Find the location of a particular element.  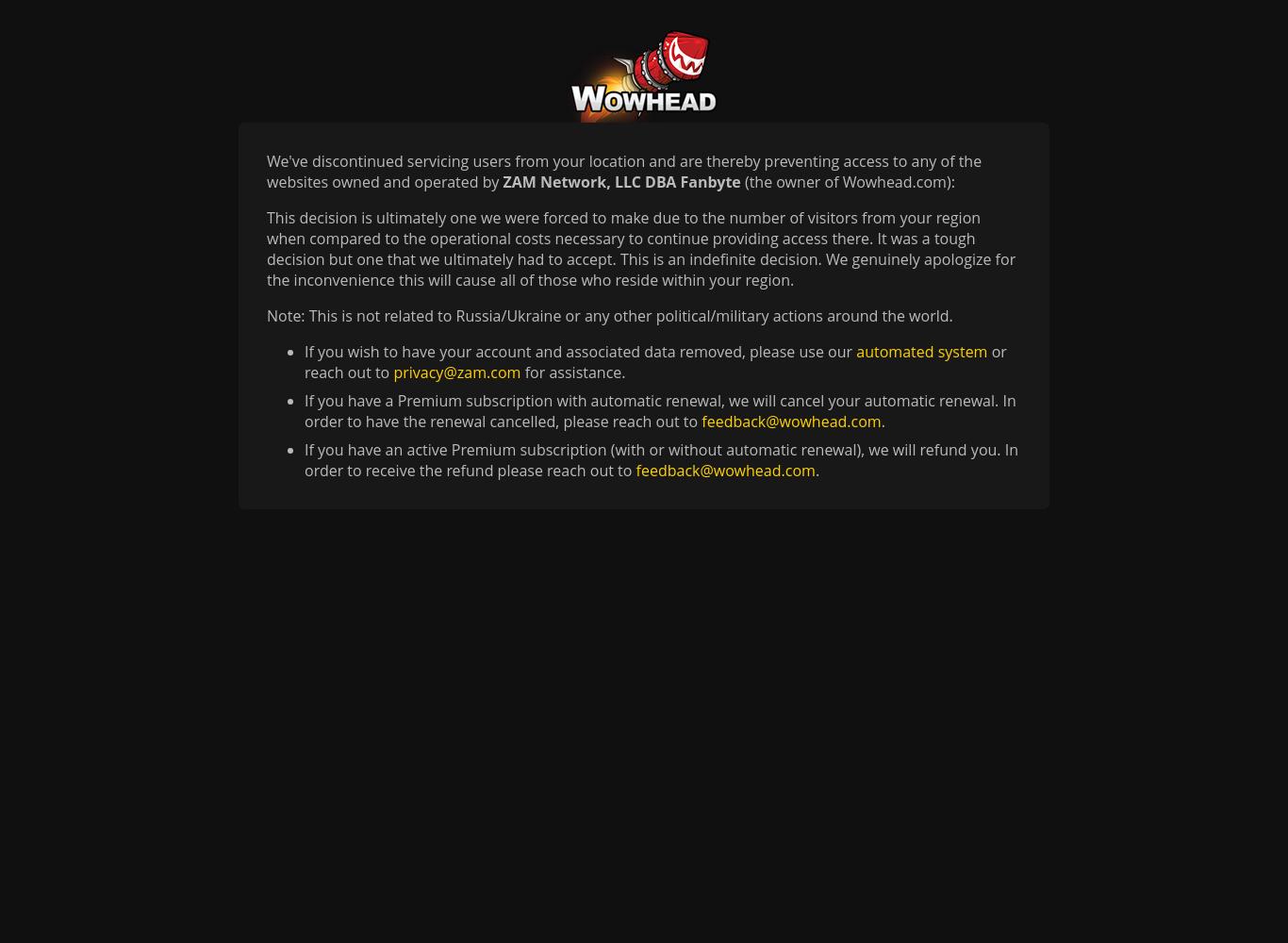

'Note: This is not related to Russia/Ukraine or any other political/military actions around the world.' is located at coordinates (267, 315).